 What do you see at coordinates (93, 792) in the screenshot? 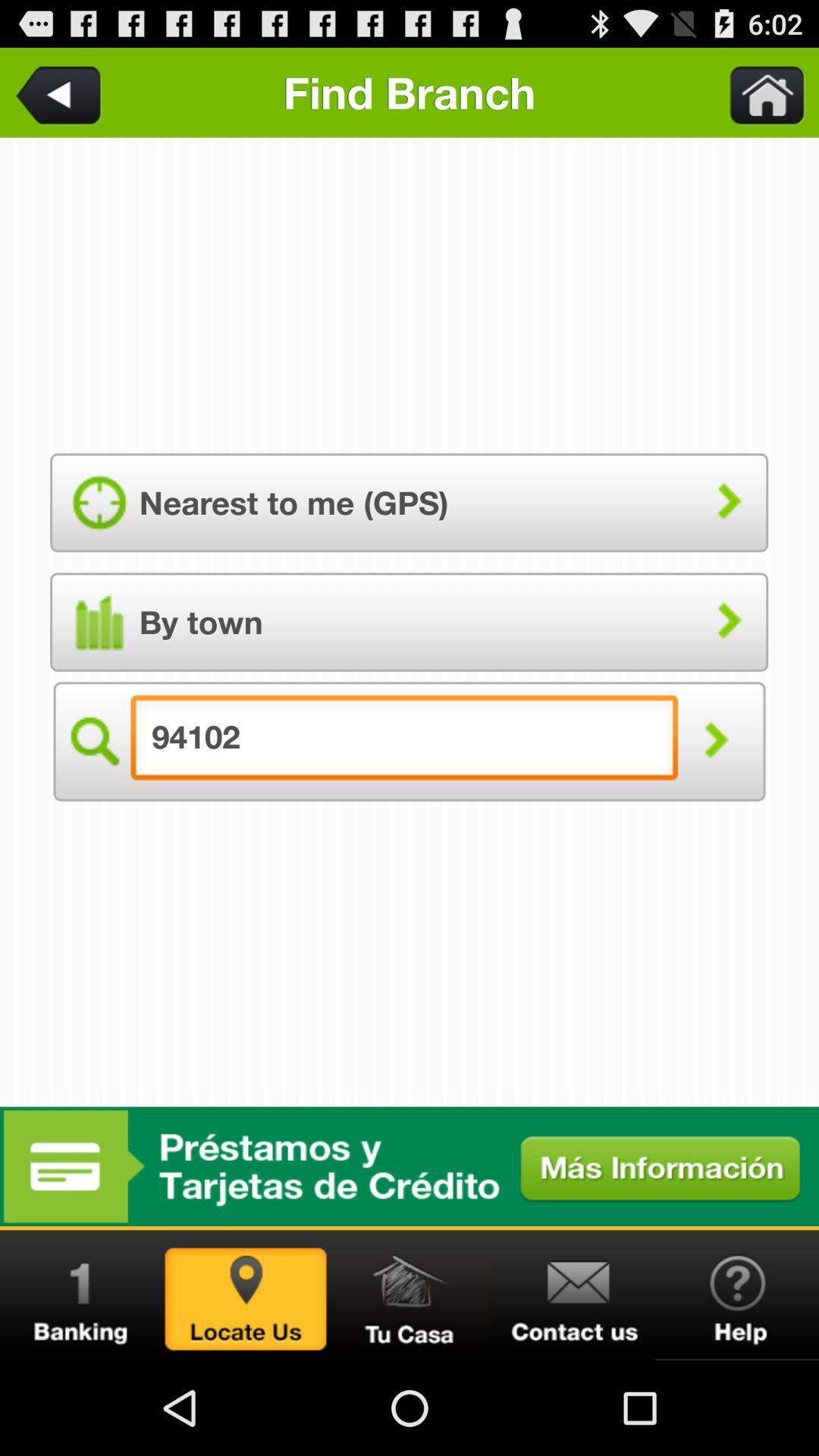
I see `the search icon` at bounding box center [93, 792].